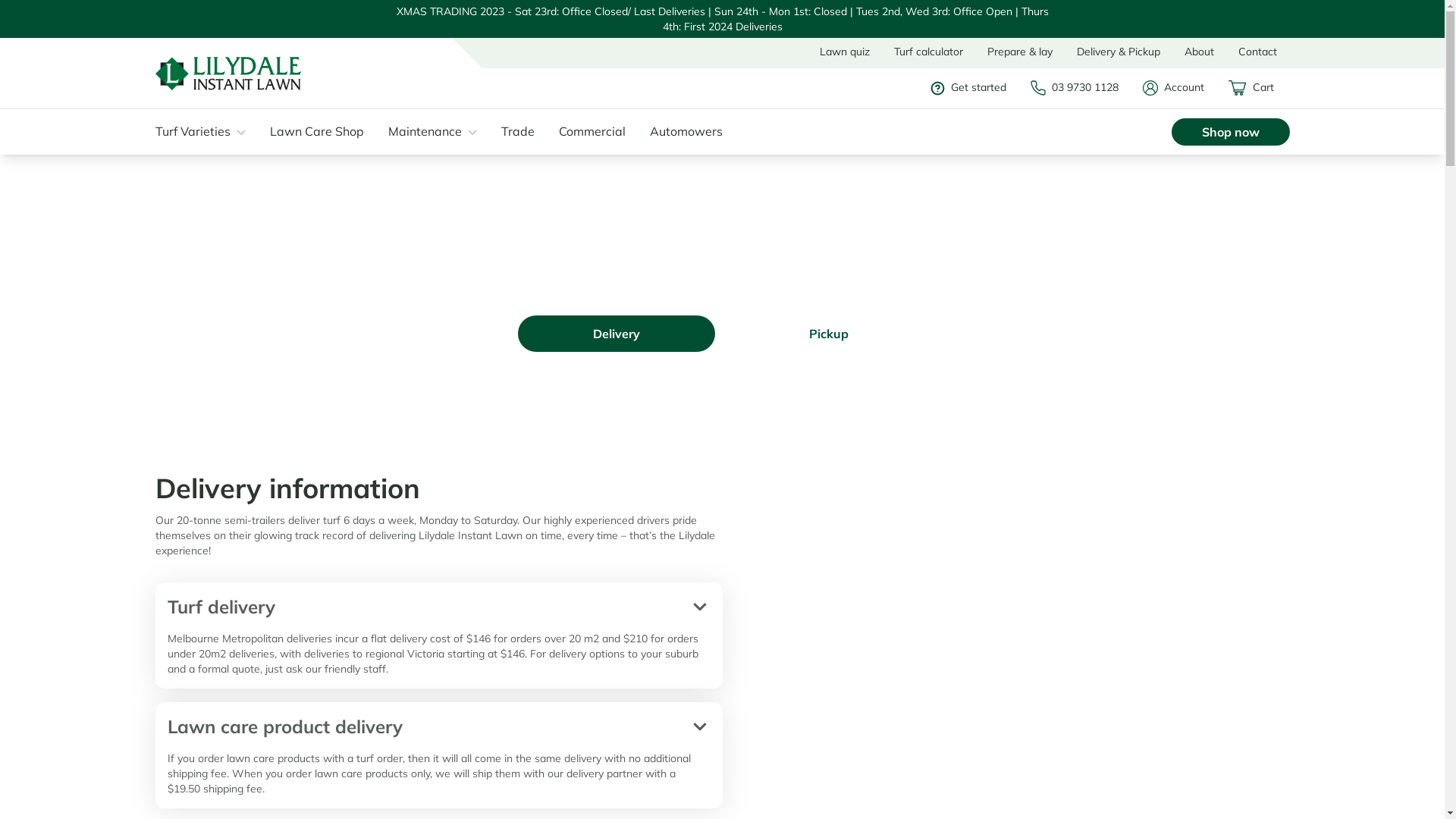 The height and width of the screenshot is (819, 1456). Describe the element at coordinates (1180, 87) in the screenshot. I see `'Account'` at that location.